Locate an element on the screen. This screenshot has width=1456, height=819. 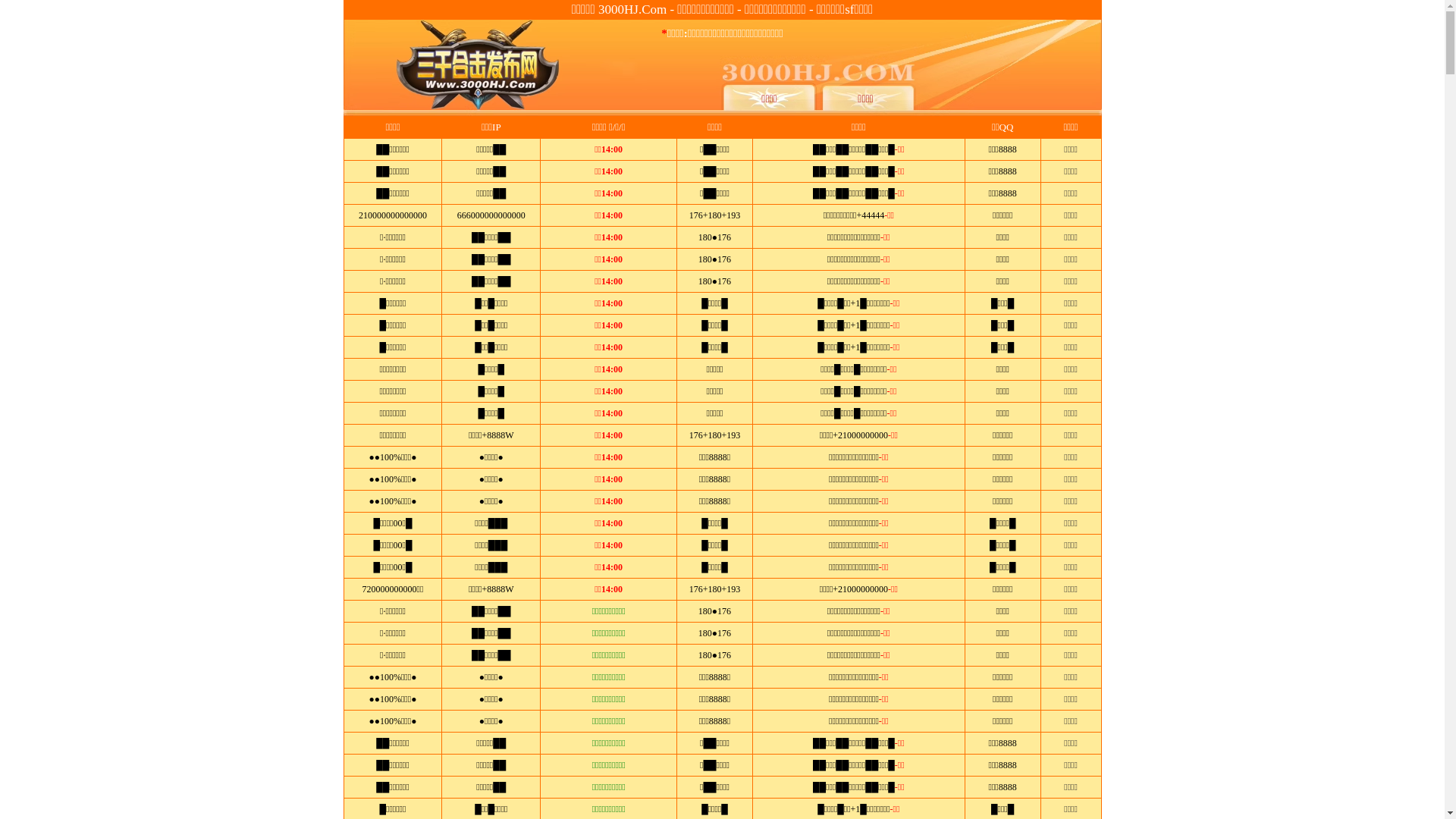
'210000000000000' is located at coordinates (393, 215).